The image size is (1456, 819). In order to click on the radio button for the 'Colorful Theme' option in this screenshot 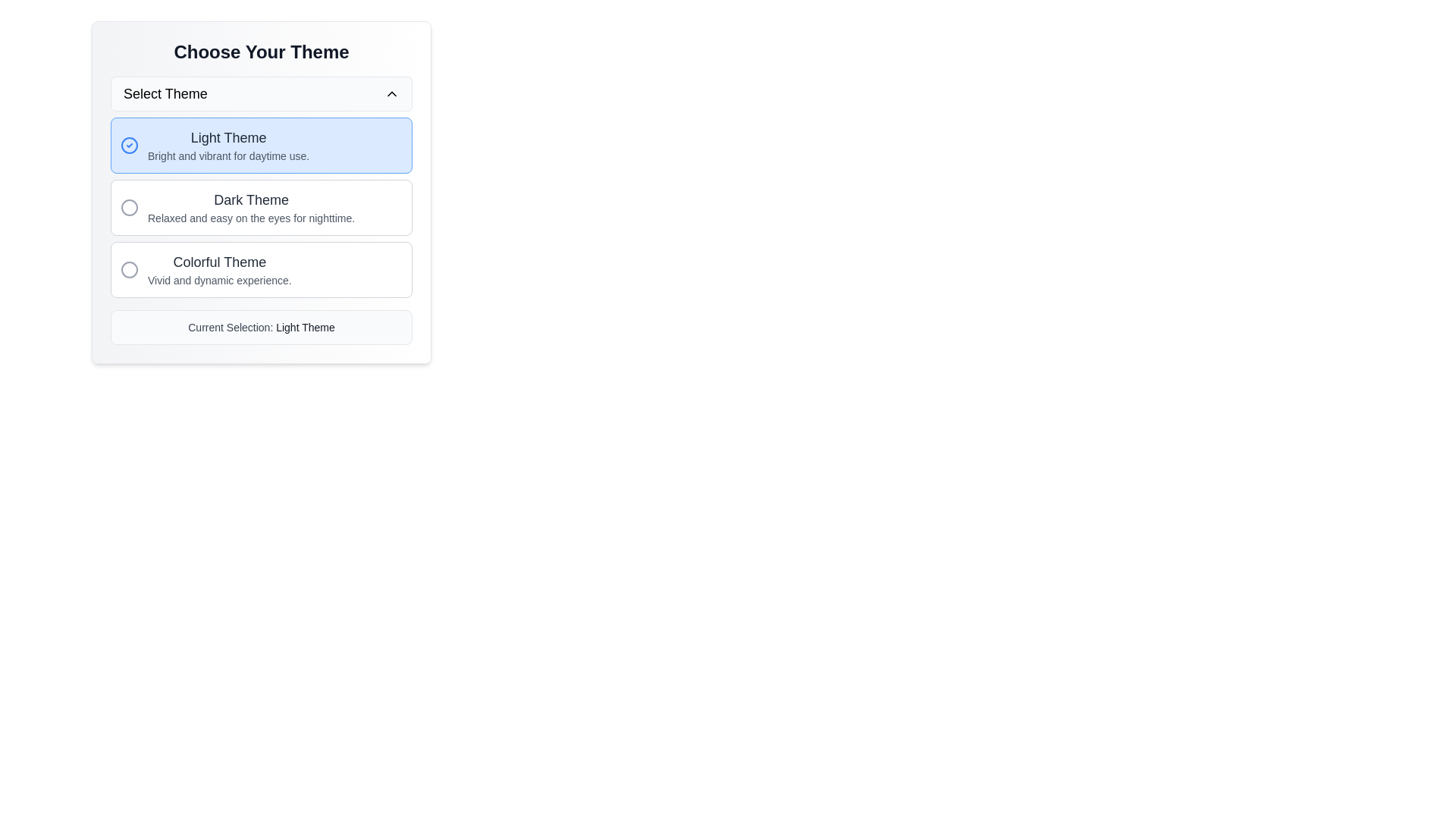, I will do `click(130, 268)`.